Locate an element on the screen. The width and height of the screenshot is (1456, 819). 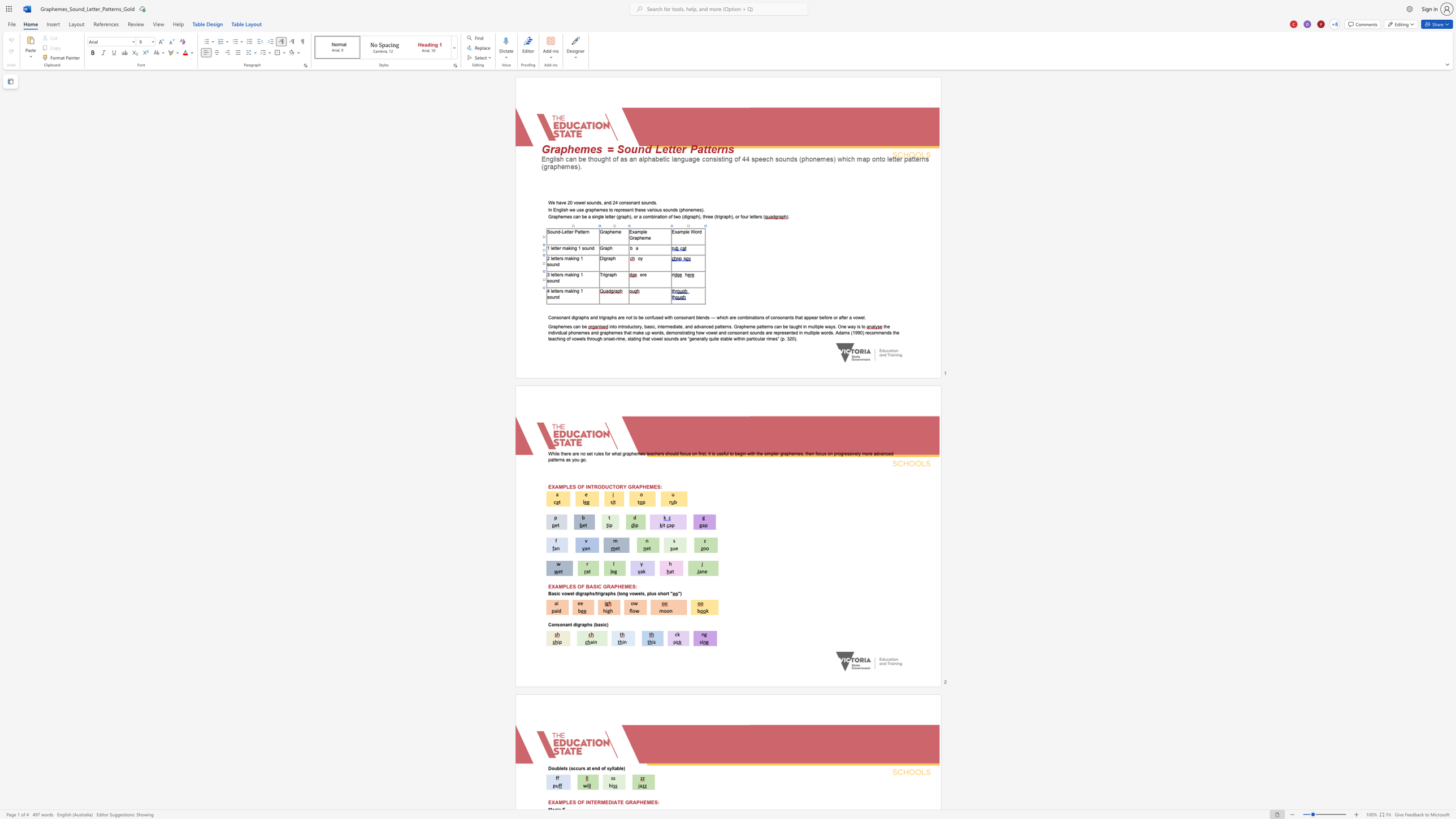
the space between the continuous character "a" and "k" in the text is located at coordinates (571, 290).